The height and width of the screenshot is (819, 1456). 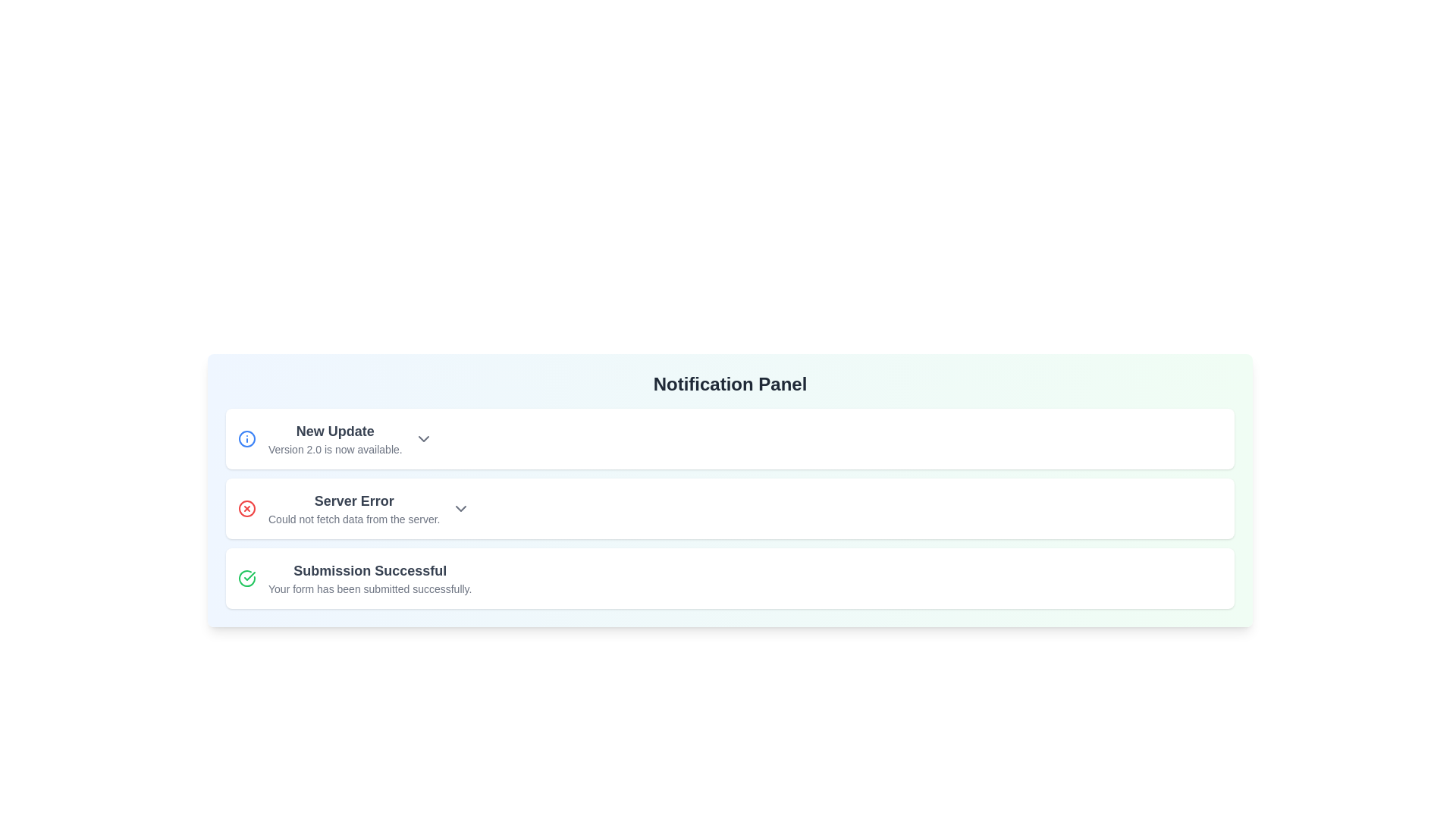 I want to click on the information icon located within the SVG component to the left of the list item labeled 'New Update', so click(x=247, y=438).